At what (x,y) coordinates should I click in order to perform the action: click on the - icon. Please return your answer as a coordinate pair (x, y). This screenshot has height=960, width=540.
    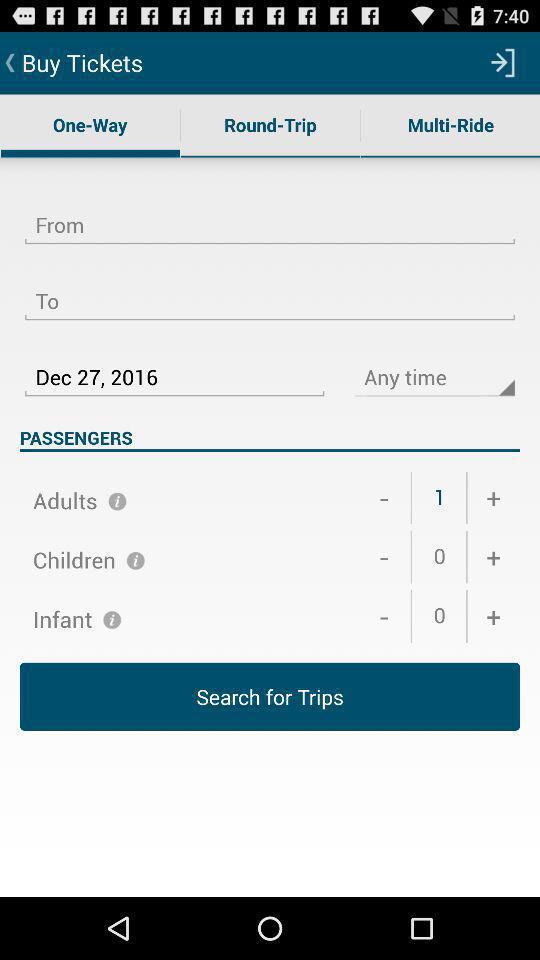
    Looking at the image, I should click on (384, 615).